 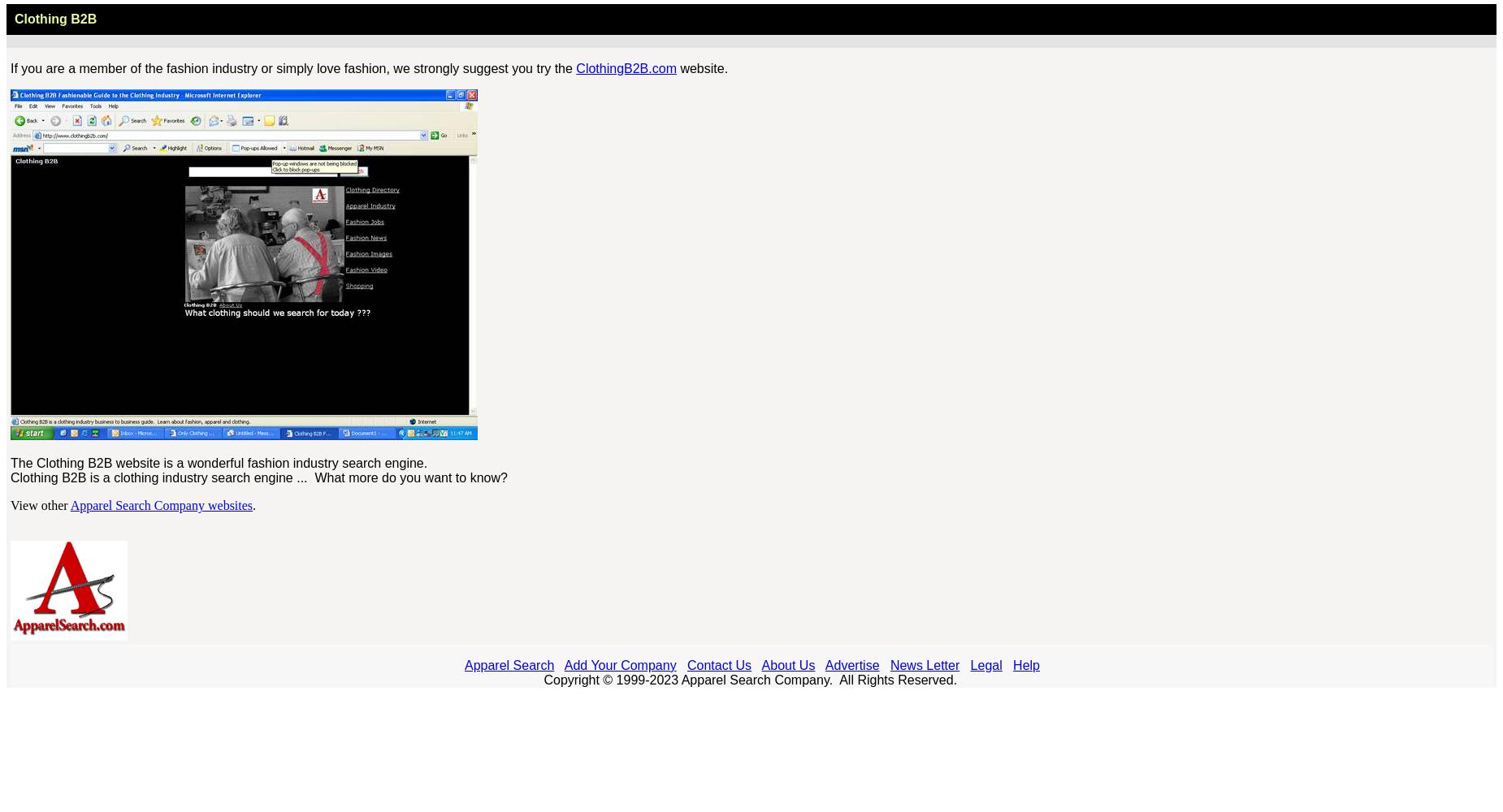 I want to click on 'ClothingB2B.com', so click(x=626, y=67).